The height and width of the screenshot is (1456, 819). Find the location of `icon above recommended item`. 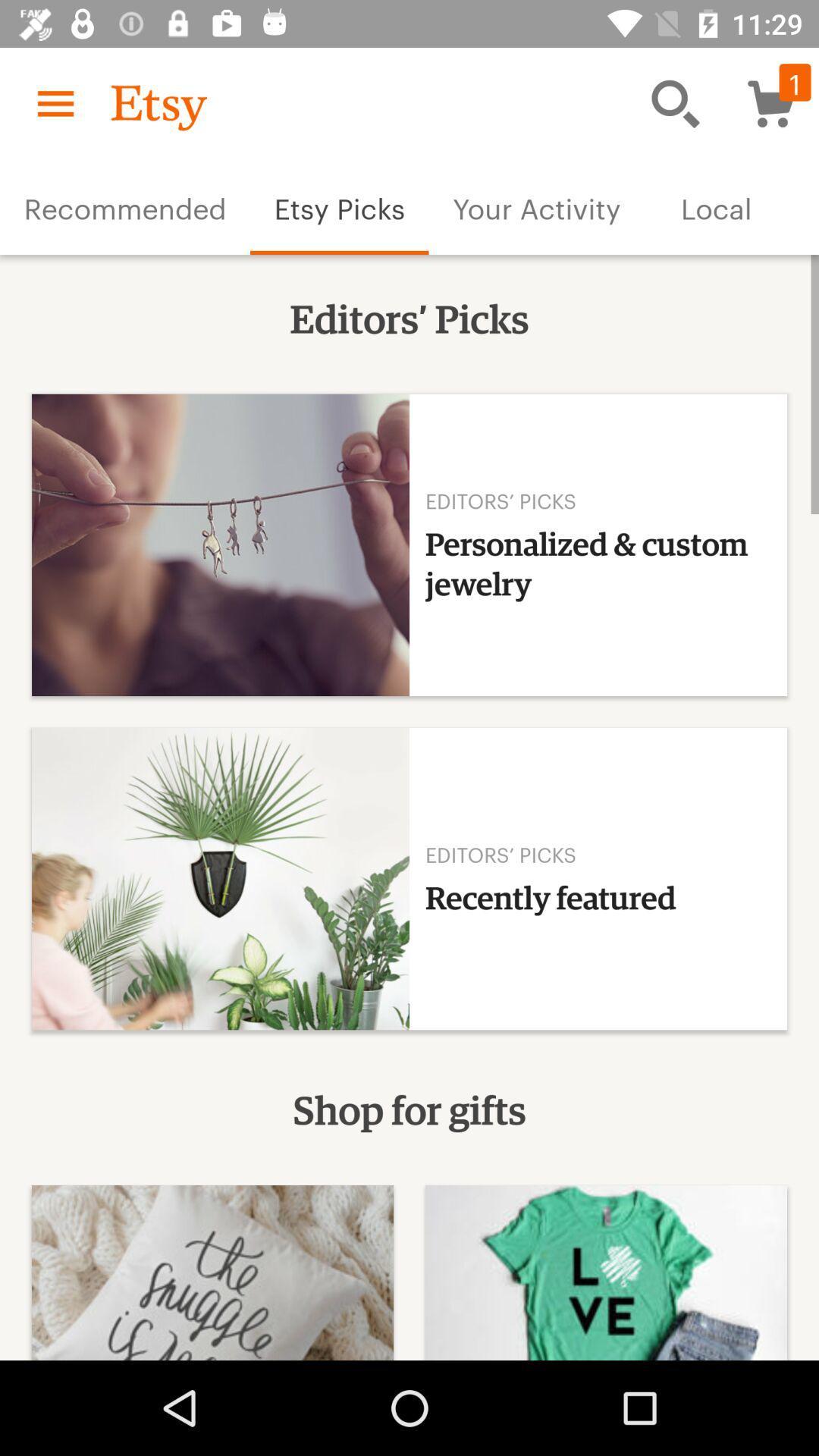

icon above recommended item is located at coordinates (55, 102).